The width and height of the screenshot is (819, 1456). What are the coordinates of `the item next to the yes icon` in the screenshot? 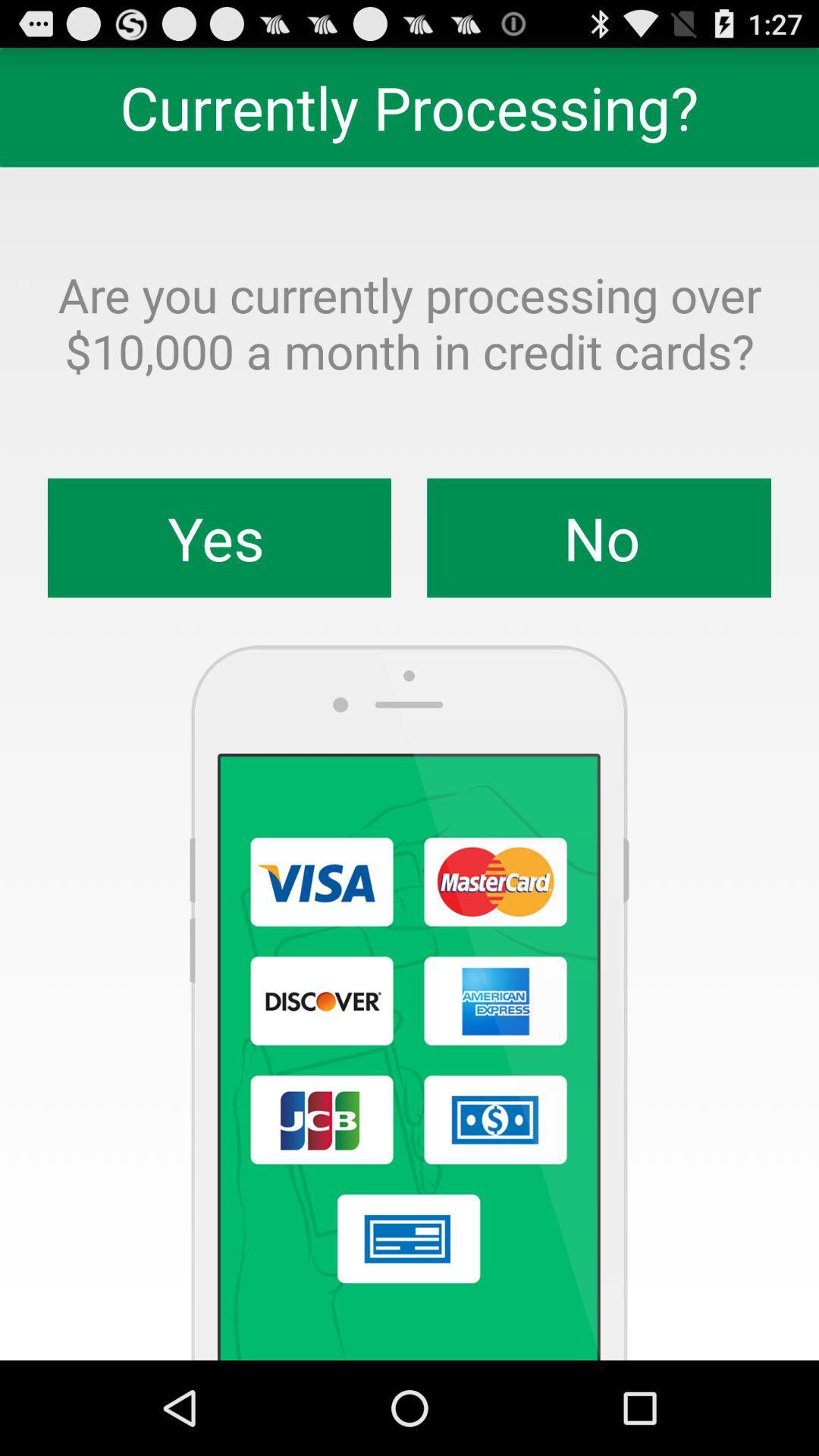 It's located at (598, 538).